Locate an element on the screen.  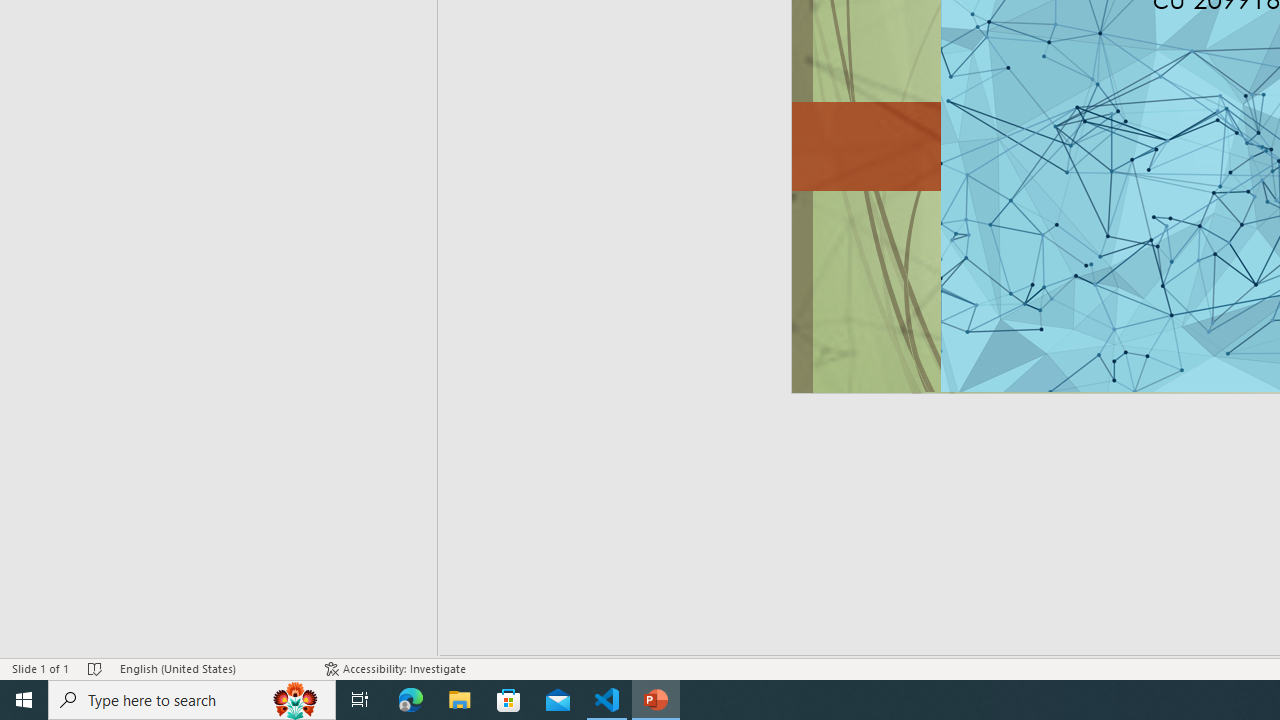
'Visual Studio Code - 1 running window' is located at coordinates (606, 698).